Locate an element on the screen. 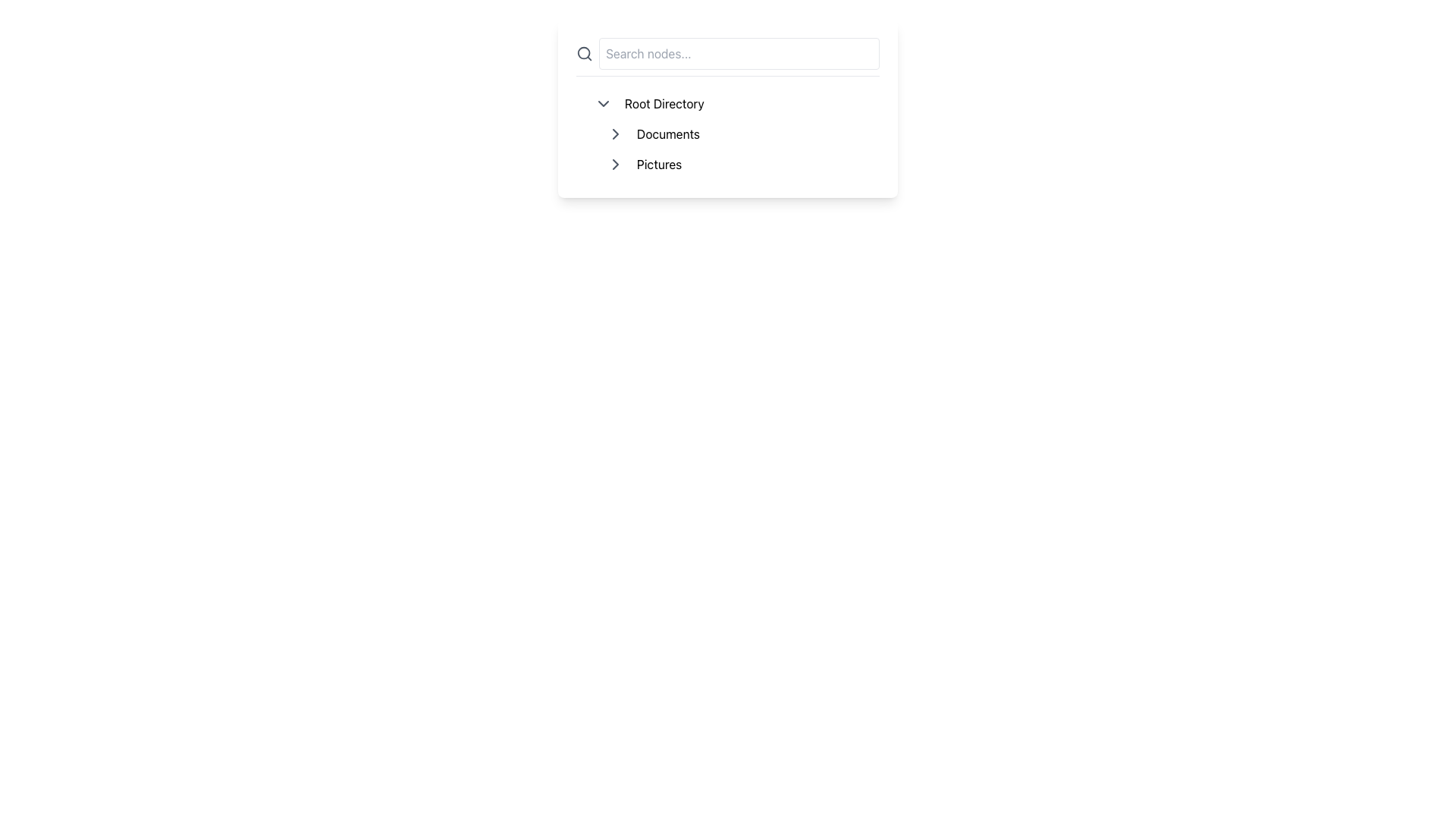 The width and height of the screenshot is (1456, 819). the search icon located in the upper left section of the interface, which indicates the presence of a search feature is located at coordinates (584, 52).